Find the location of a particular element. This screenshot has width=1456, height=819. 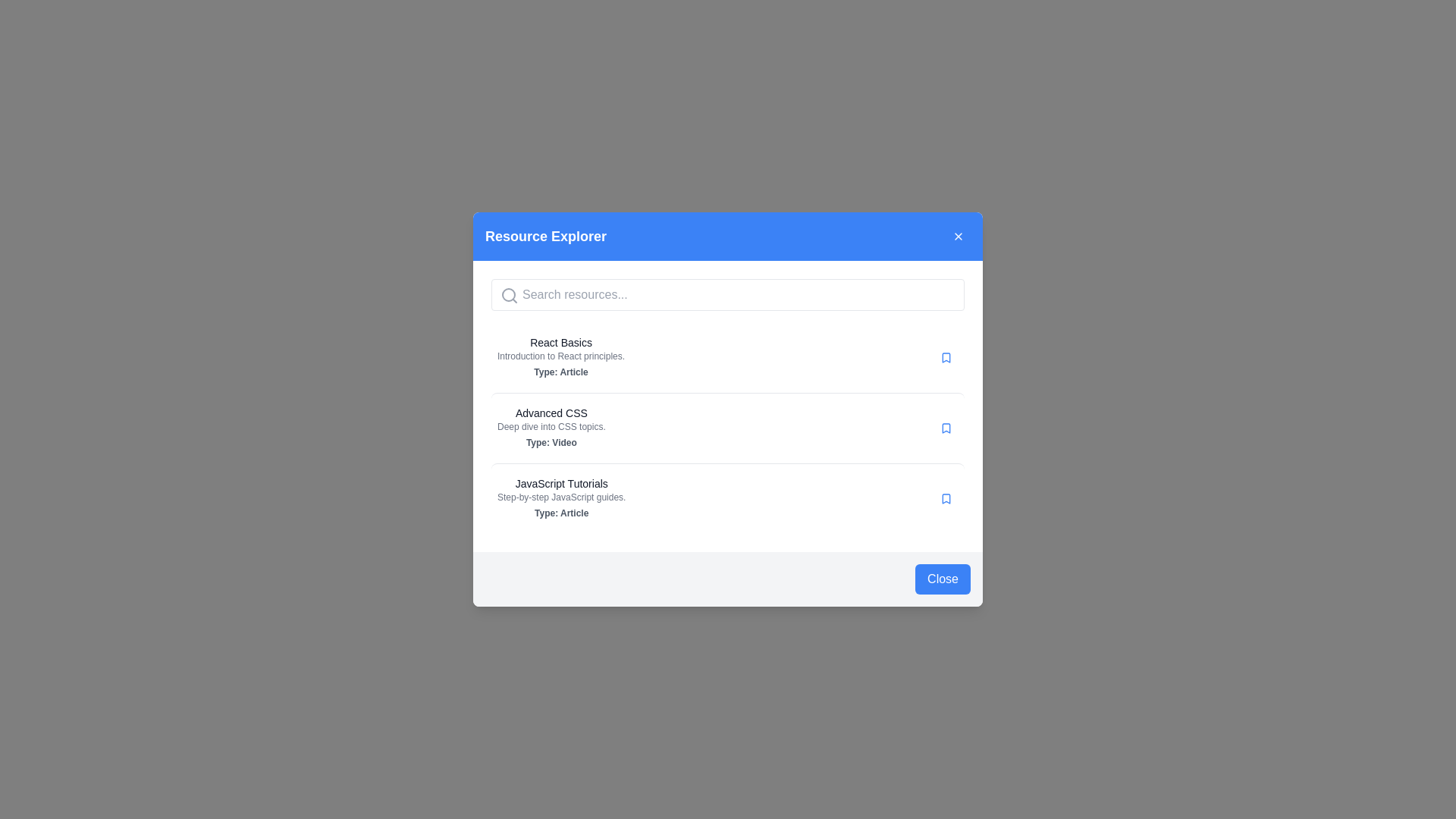

the text label reading 'Type: Article', which is styled with a subdued gray color and bold font, located beneath the main title 'React Basics' and subtitle 'Introduction to React principles.' is located at coordinates (560, 372).